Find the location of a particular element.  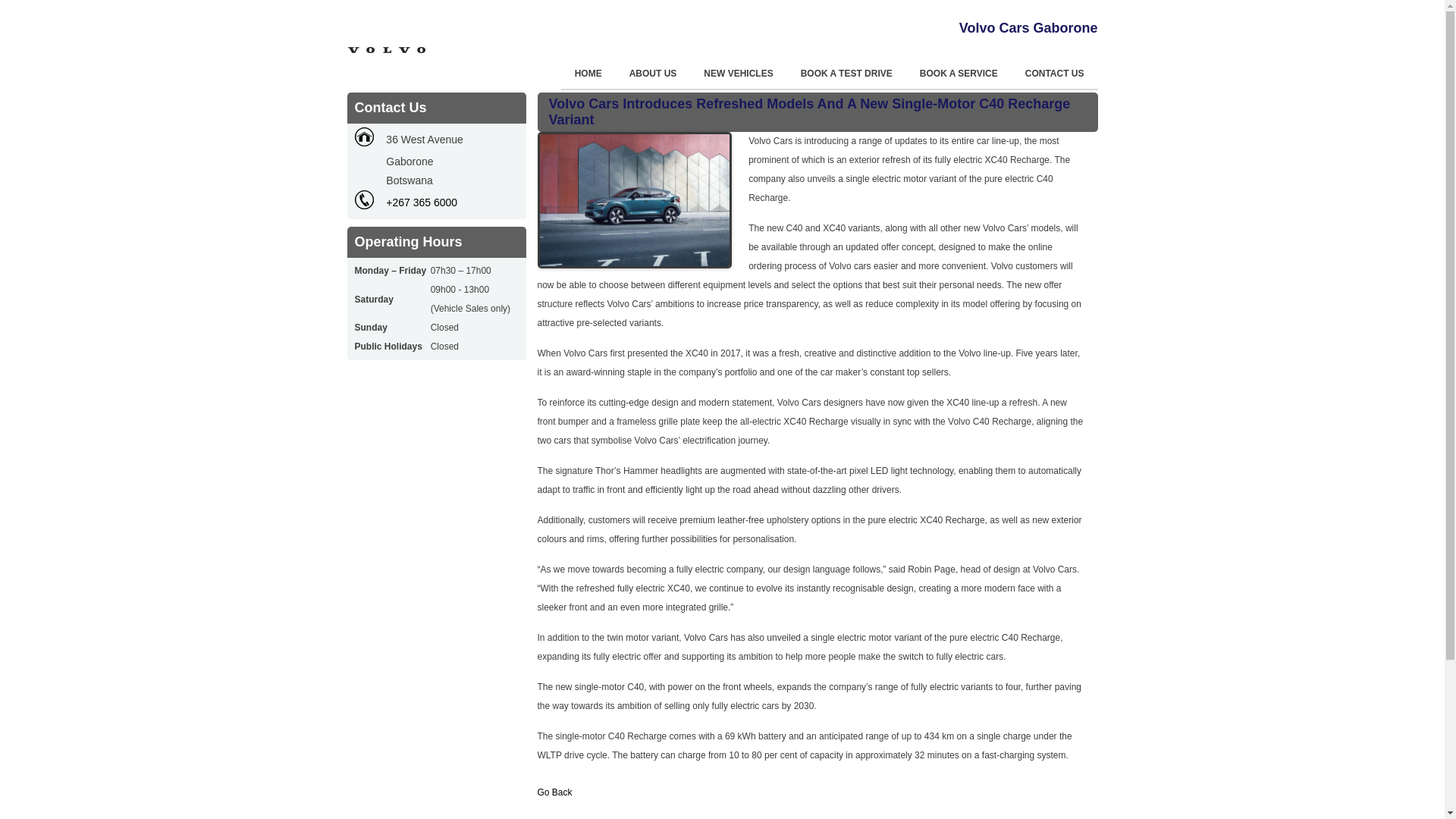

'BOOK A TEST DRIVE' is located at coordinates (846, 74).